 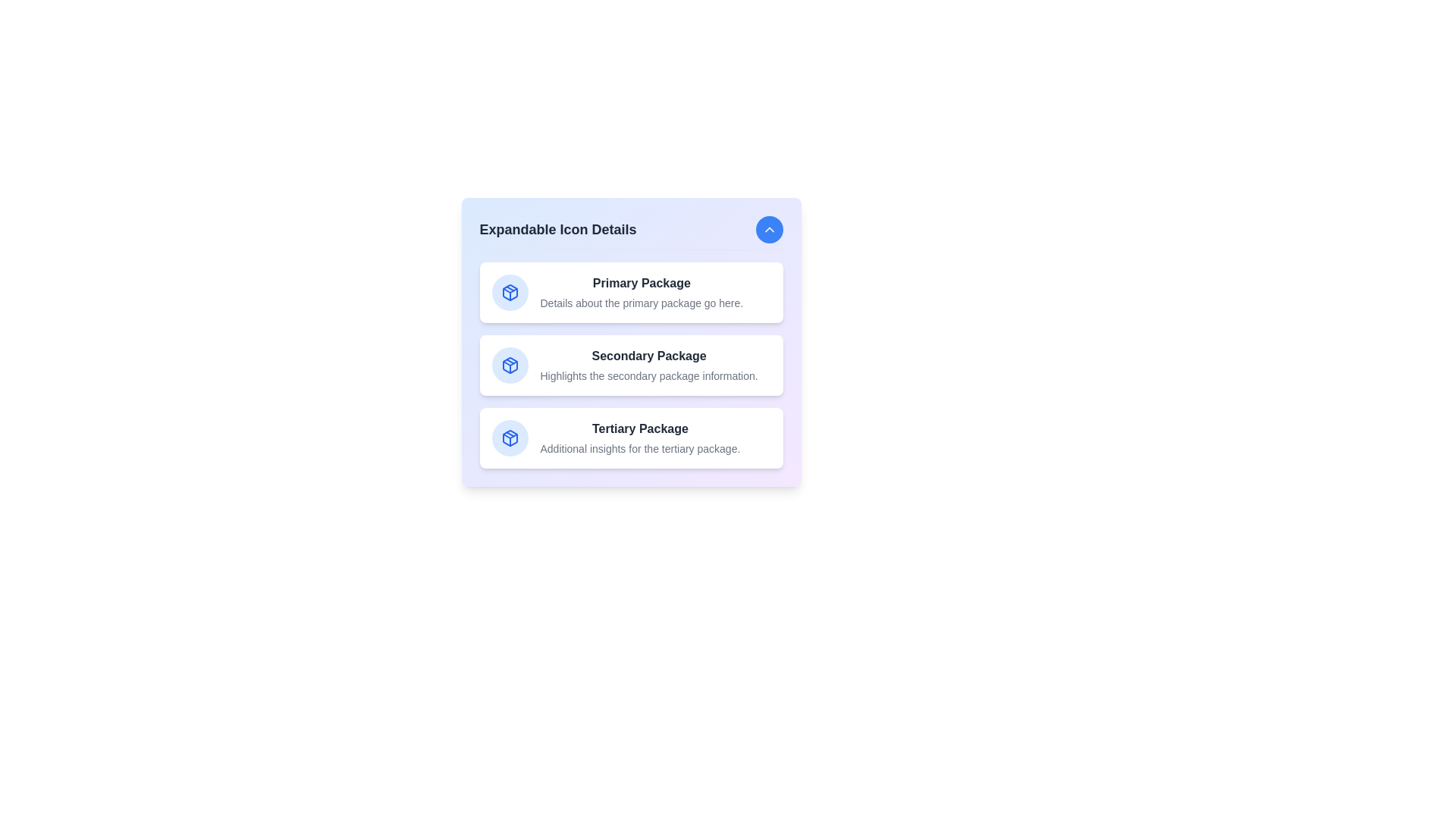 What do you see at coordinates (510, 366) in the screenshot?
I see `the 'Secondary Package' icon, which is the first component in the layout of the card located to the left of the 'Secondary Package' title and description` at bounding box center [510, 366].